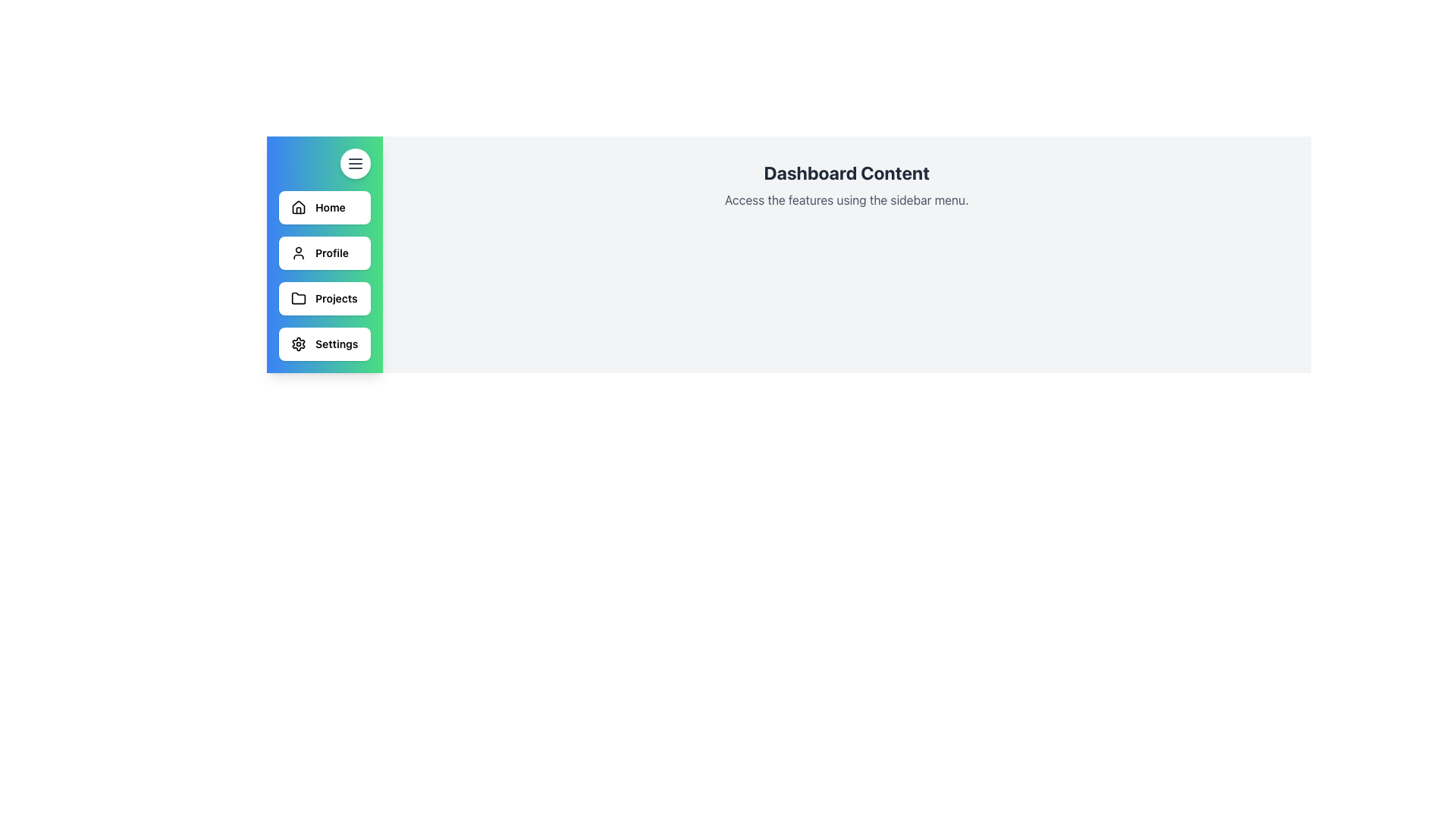 The height and width of the screenshot is (819, 1456). Describe the element at coordinates (329, 207) in the screenshot. I see `the 'Home' label in the left-aligned vertical sidebar menu, which is the first item under the house icon` at that location.